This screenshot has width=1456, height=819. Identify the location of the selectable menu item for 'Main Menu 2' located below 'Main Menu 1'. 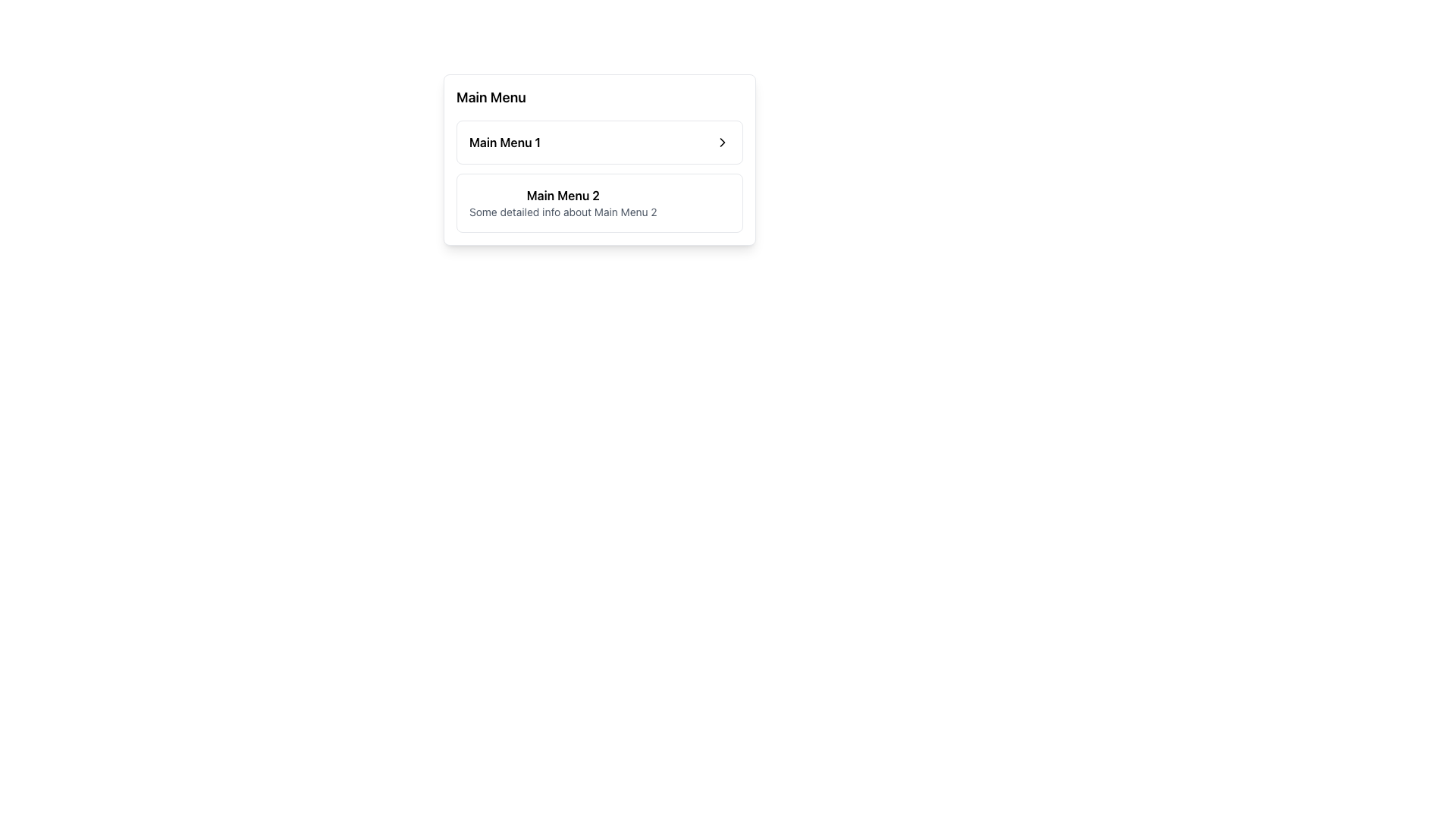
(599, 175).